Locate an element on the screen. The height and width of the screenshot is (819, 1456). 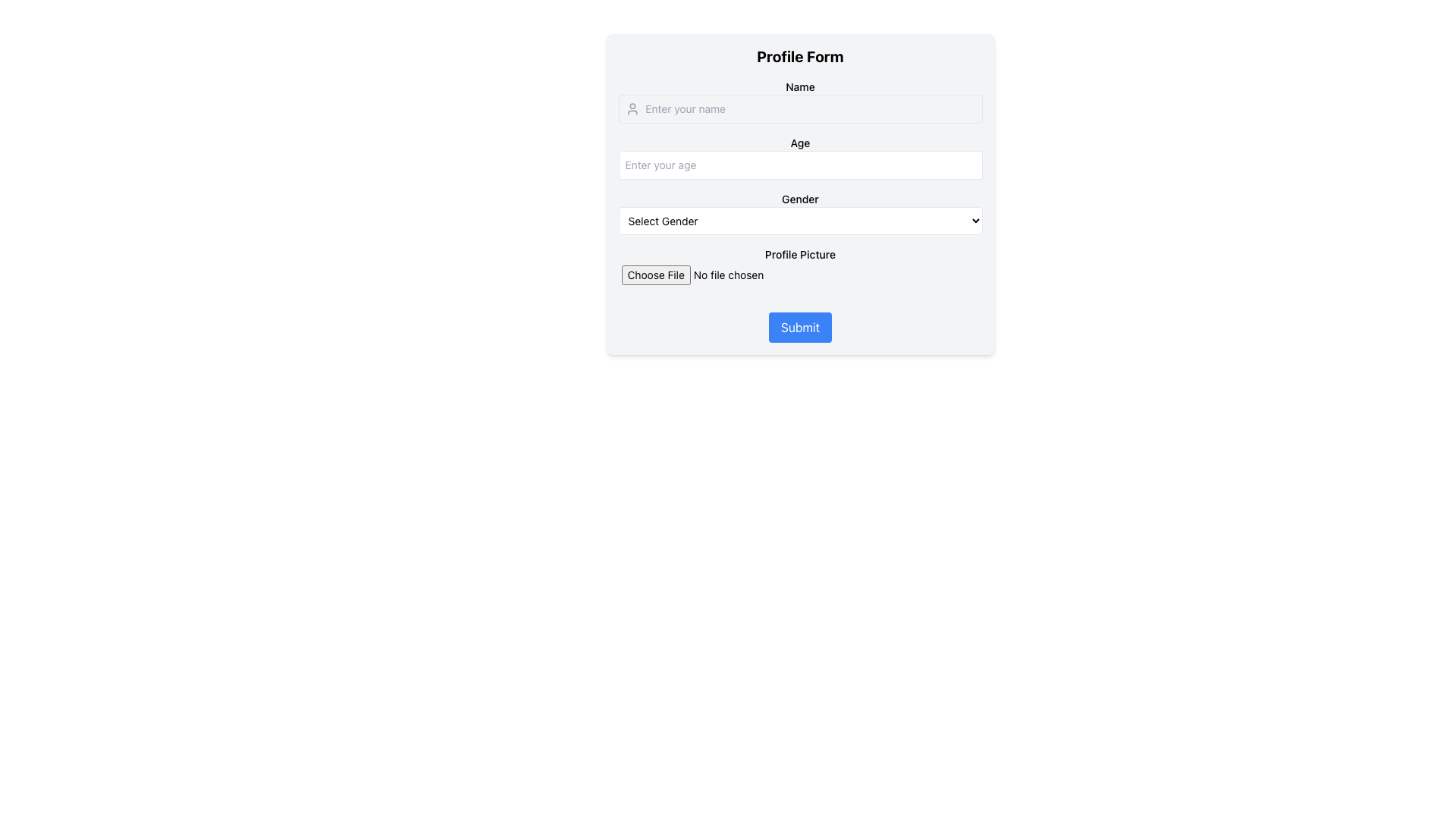
text of the label that provides guidance for the file input field, located below the 'Gender' dropdown and above the 'Choose File' input field is located at coordinates (799, 253).